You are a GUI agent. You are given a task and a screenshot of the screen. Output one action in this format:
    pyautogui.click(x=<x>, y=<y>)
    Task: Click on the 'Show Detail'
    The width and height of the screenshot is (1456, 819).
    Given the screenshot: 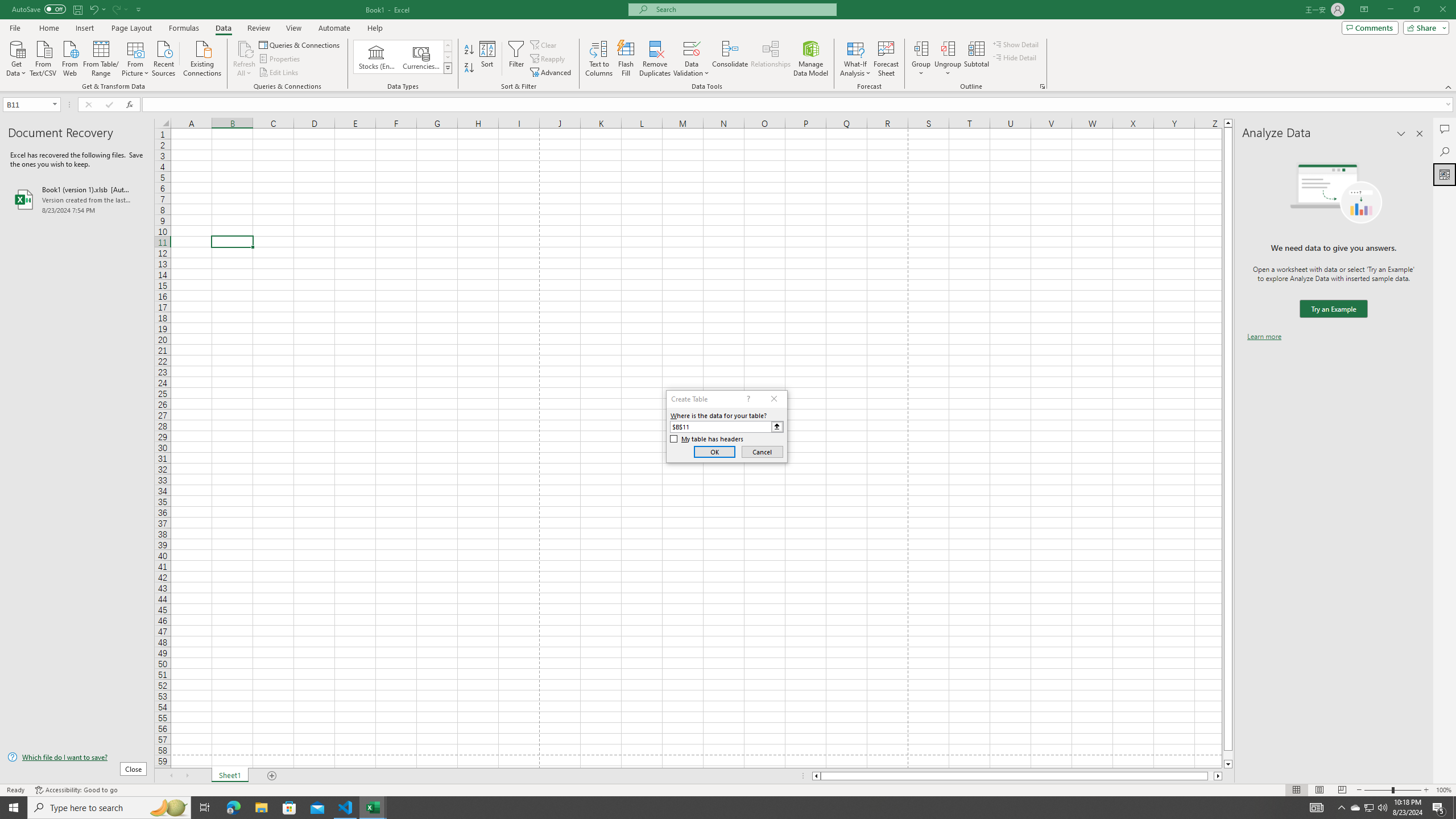 What is the action you would take?
    pyautogui.click(x=1015, y=44)
    